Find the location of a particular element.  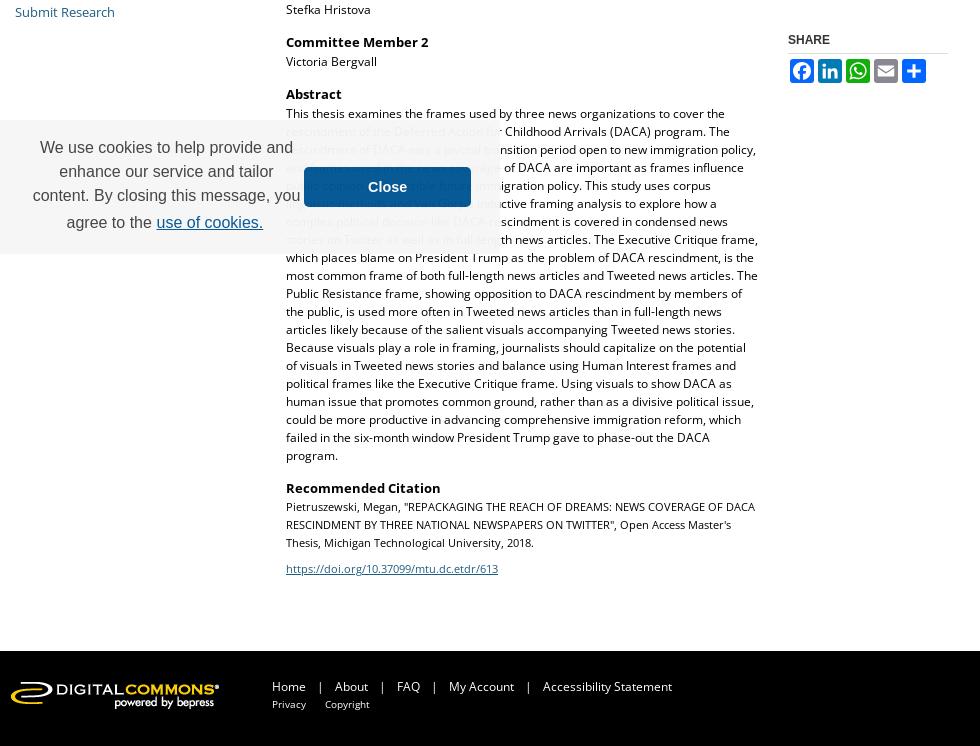

'Accessibility Statement' is located at coordinates (543, 686).